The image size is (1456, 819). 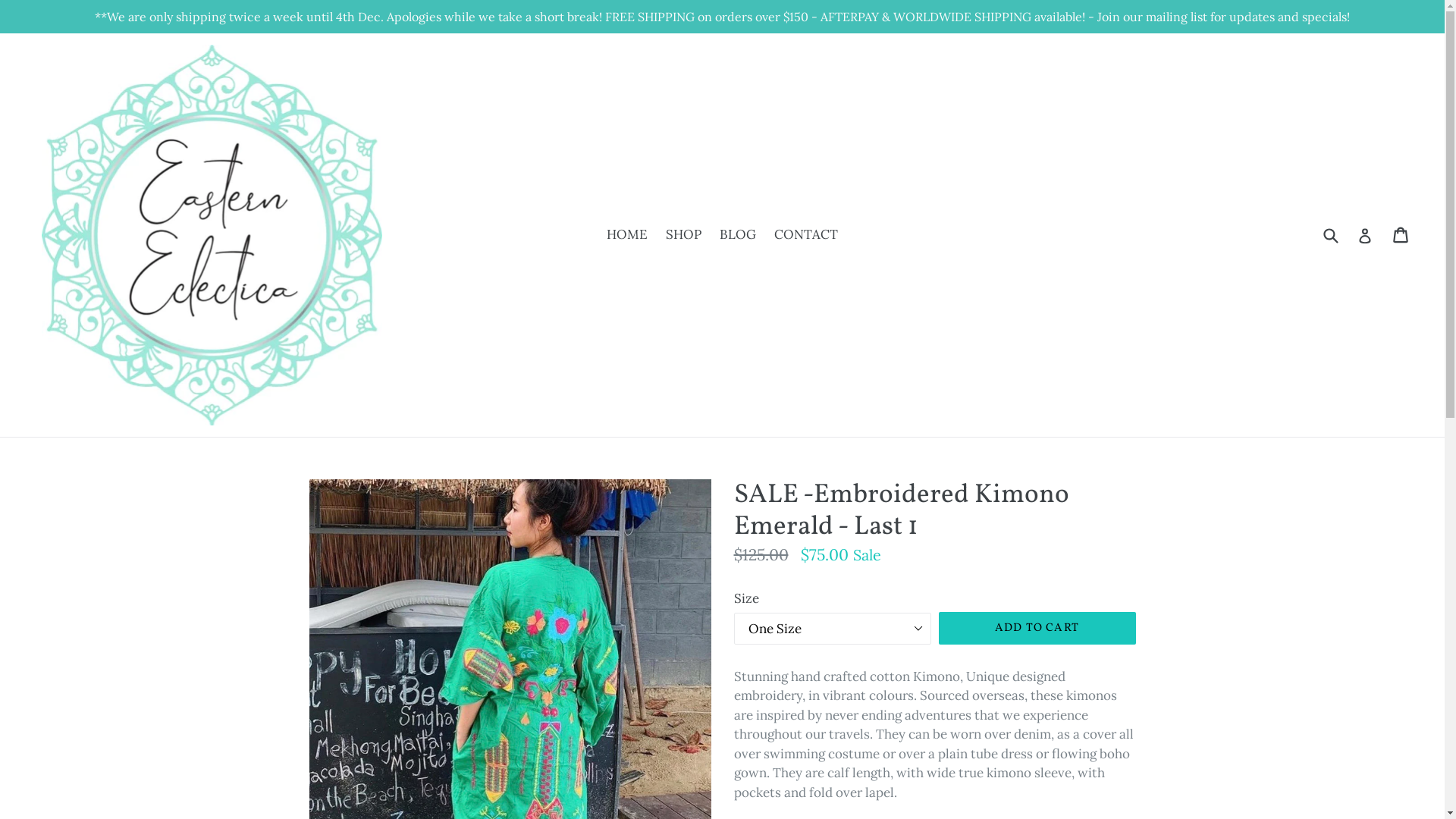 I want to click on 'Log in', so click(x=1357, y=234).